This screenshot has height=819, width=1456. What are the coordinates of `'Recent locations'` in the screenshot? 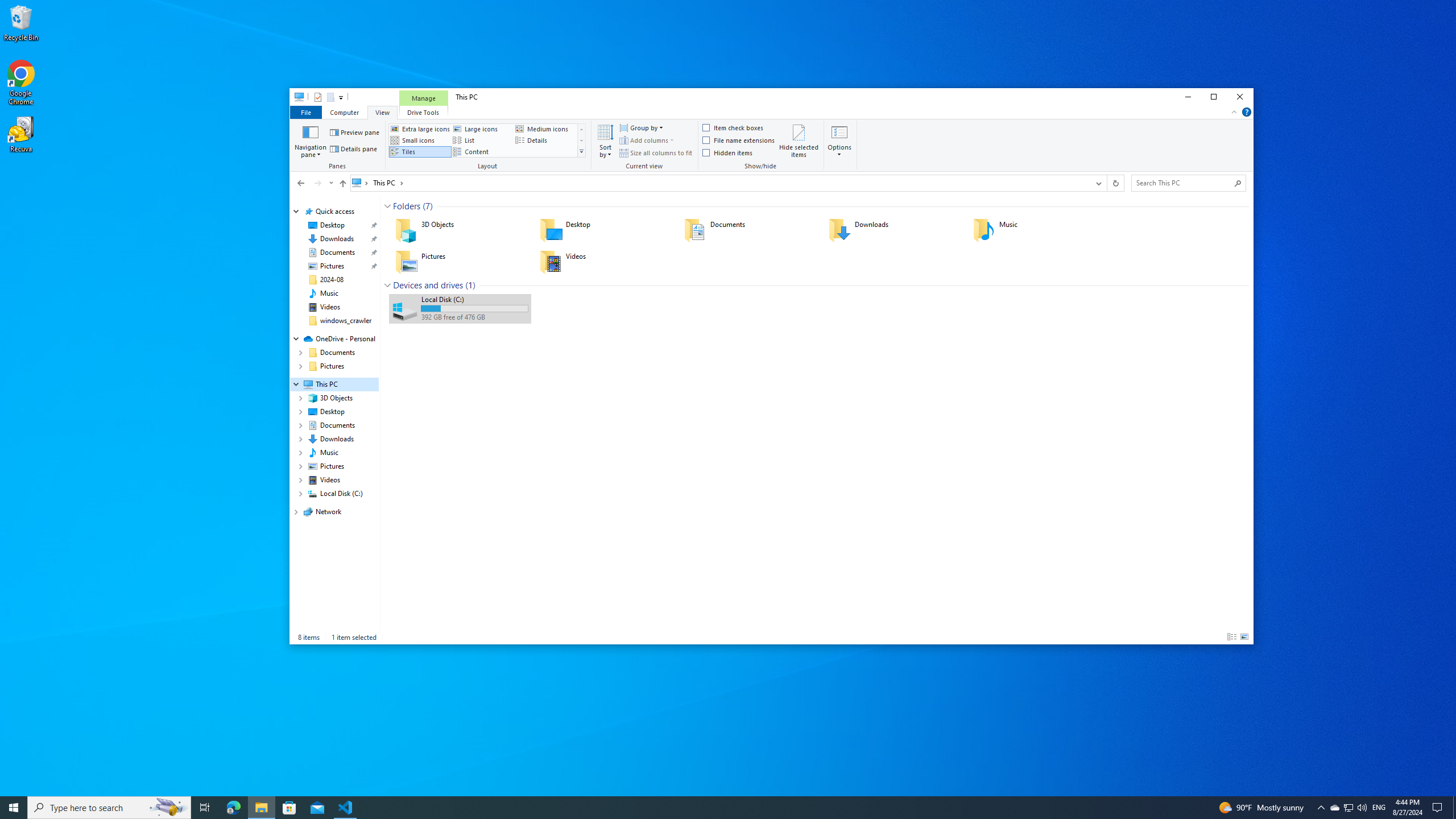 It's located at (330, 183).